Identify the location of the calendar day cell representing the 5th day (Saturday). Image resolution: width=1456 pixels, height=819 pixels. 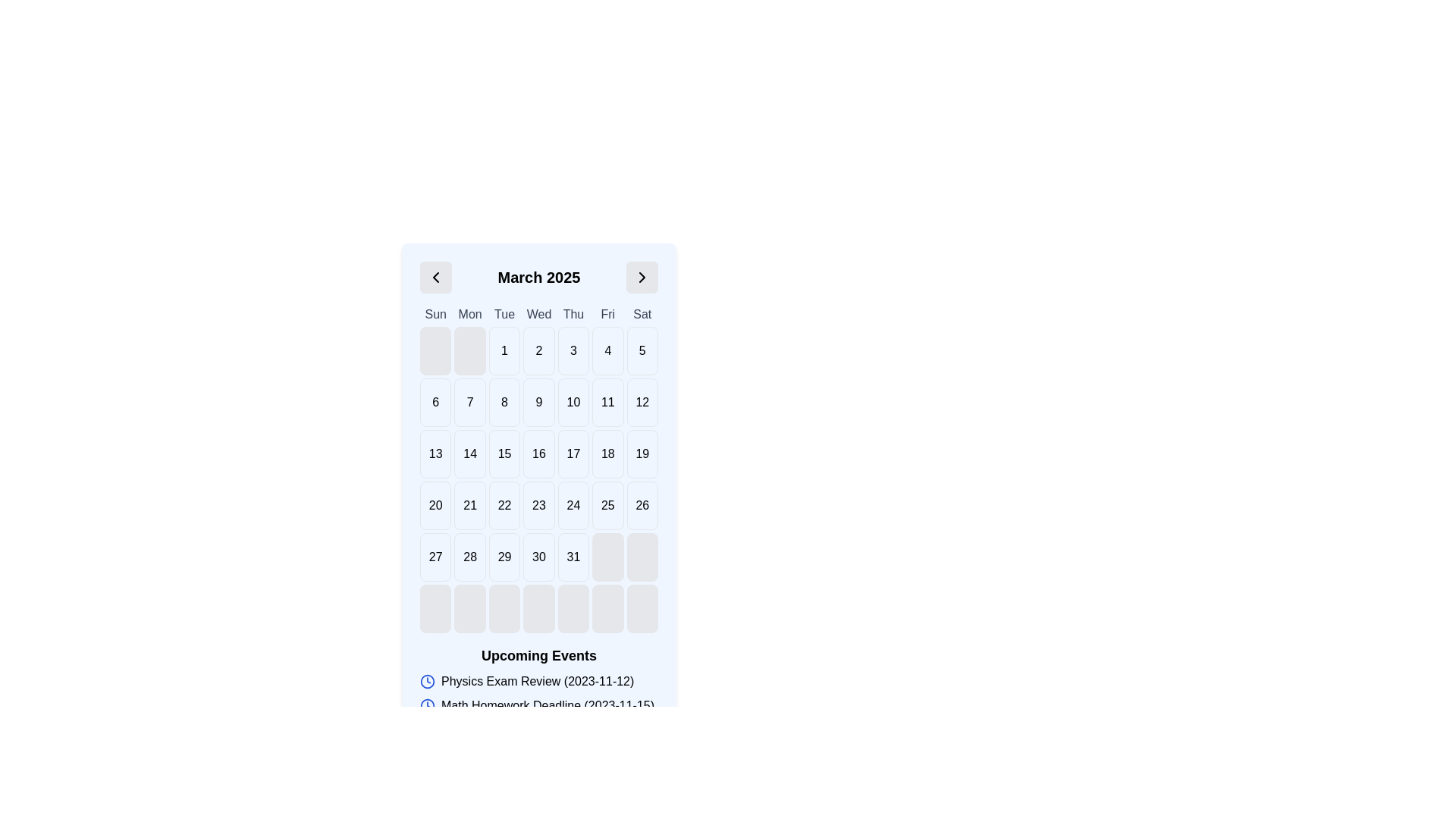
(642, 350).